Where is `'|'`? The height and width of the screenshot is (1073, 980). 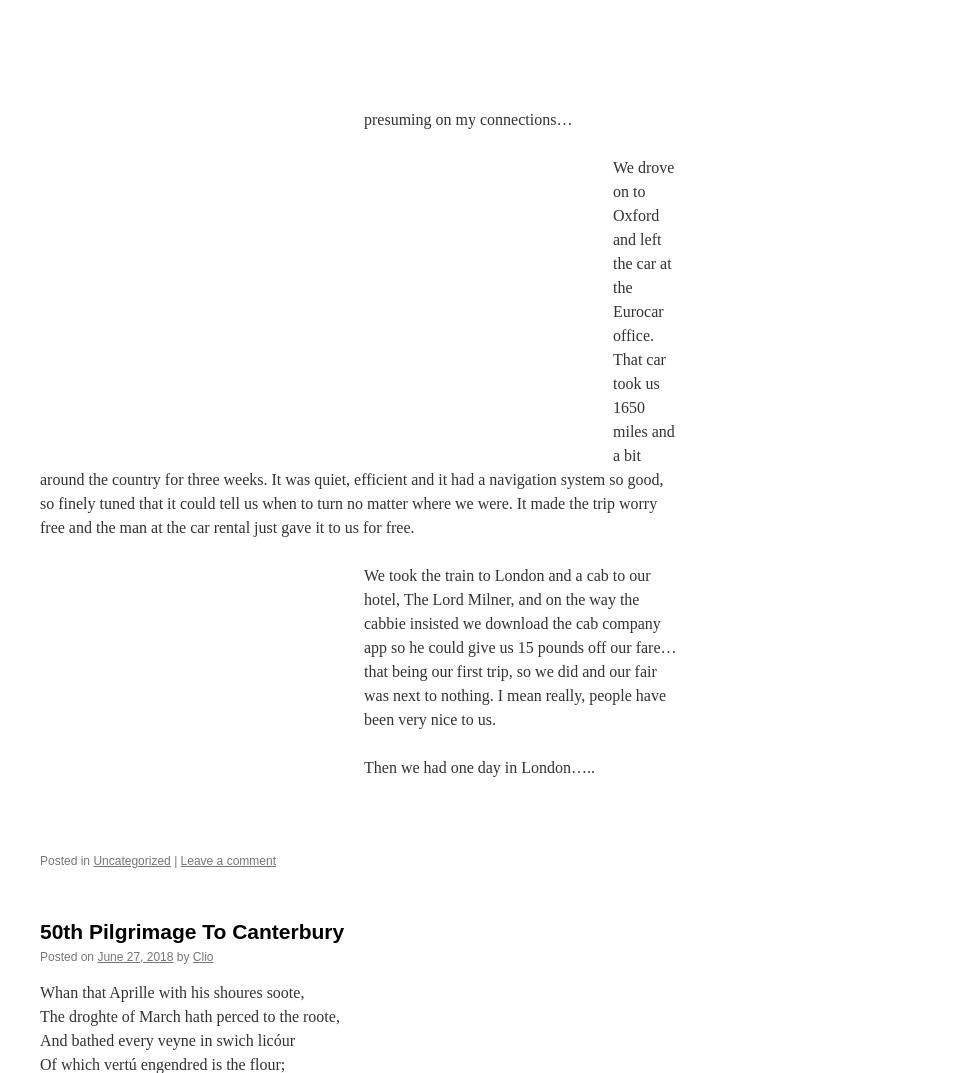 '|' is located at coordinates (175, 859).